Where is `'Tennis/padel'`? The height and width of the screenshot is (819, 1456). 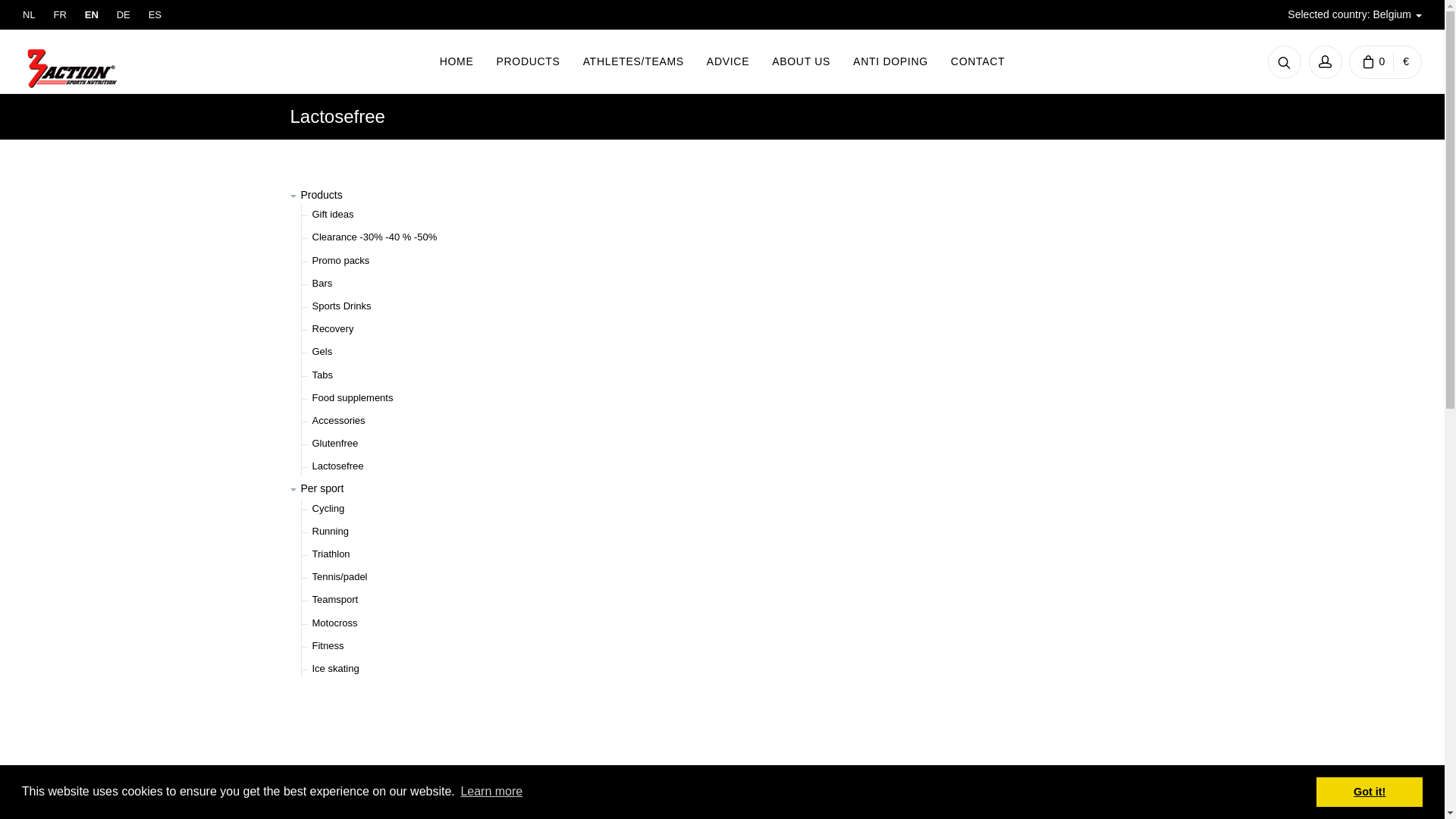 'Tennis/padel' is located at coordinates (339, 576).